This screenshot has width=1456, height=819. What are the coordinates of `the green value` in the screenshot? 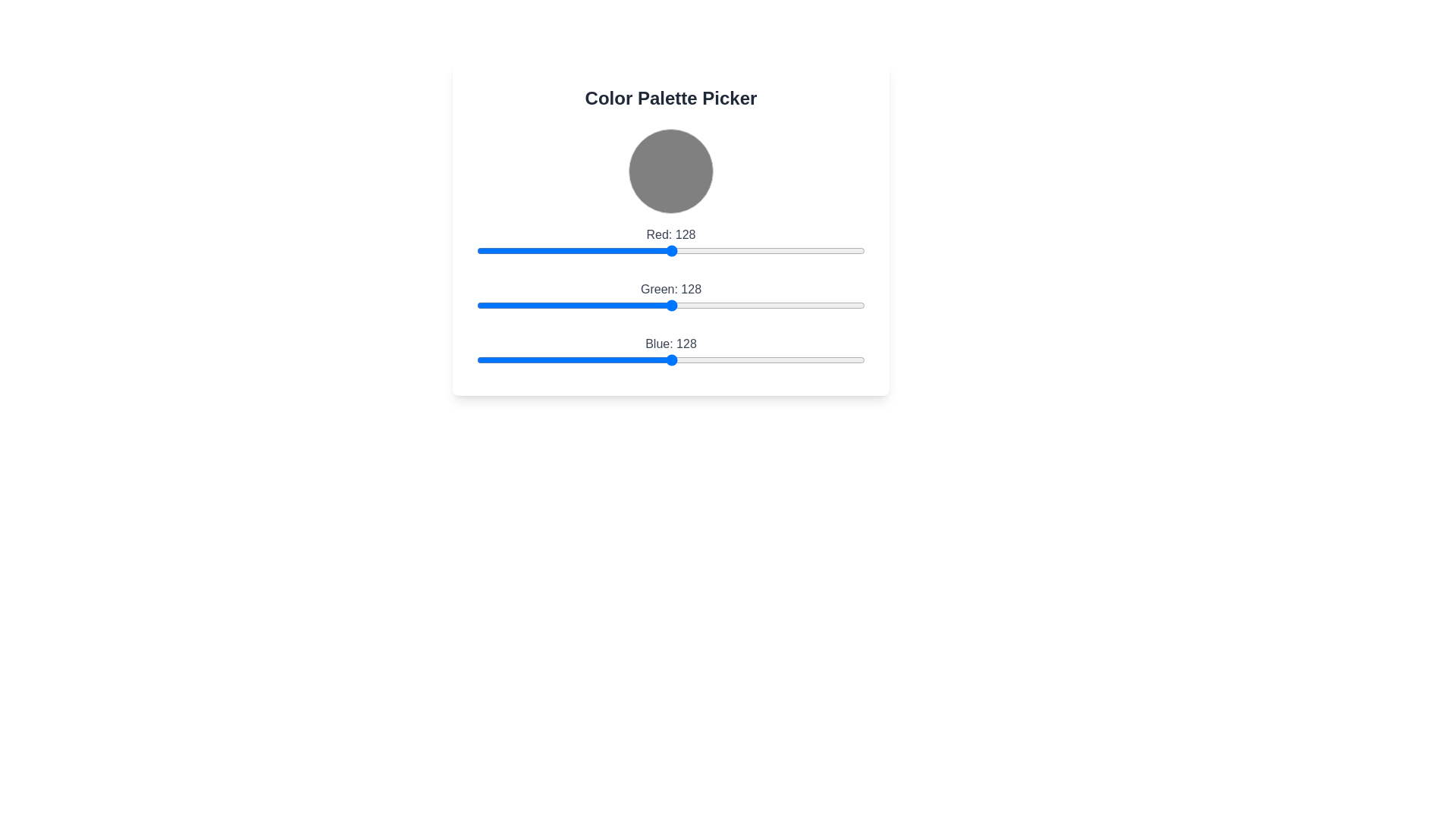 It's located at (621, 305).